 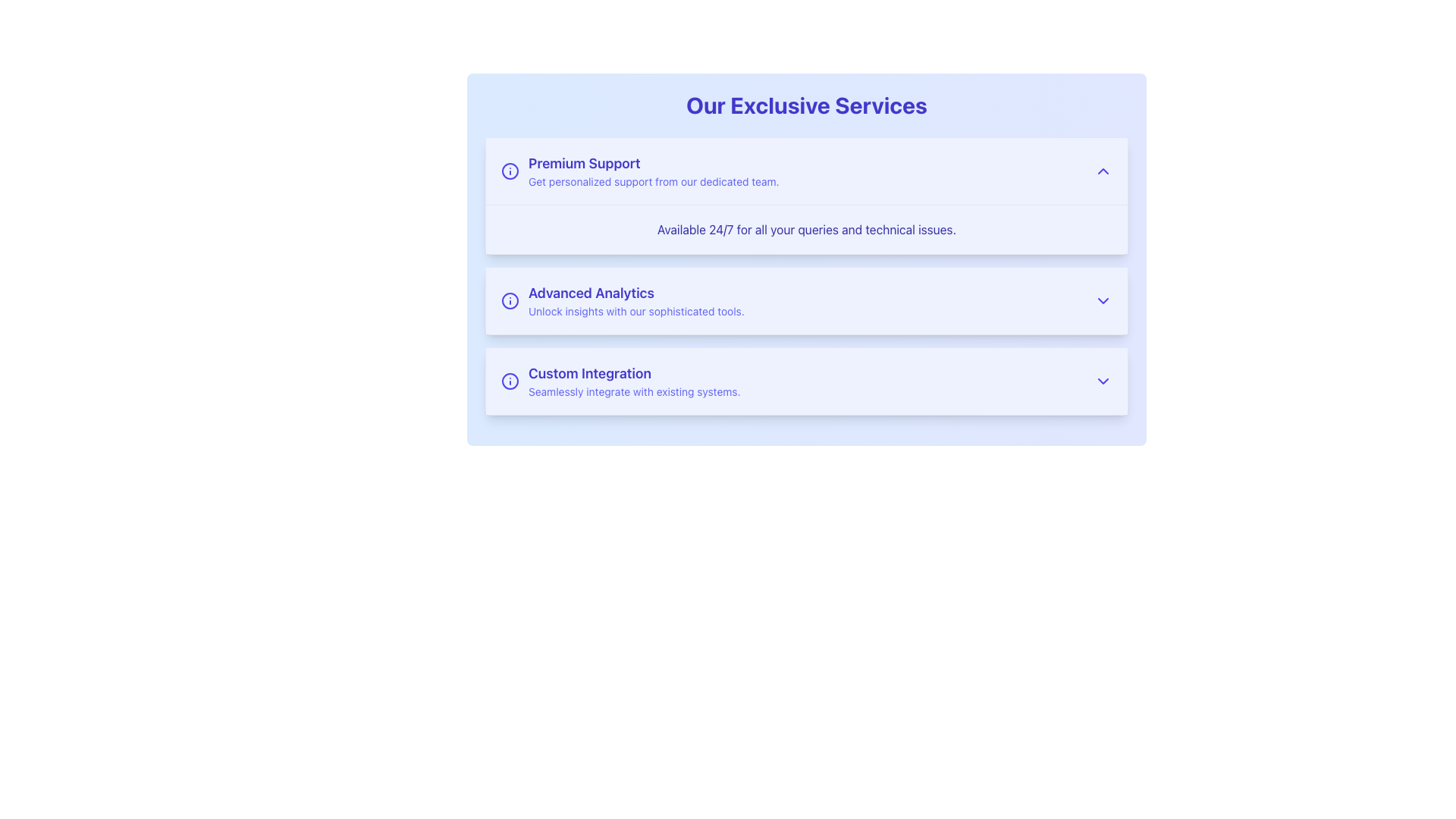 What do you see at coordinates (806, 195) in the screenshot?
I see `information displayed in the first collapsible card titled 'Premium Support' located under 'Our Exclusive Services'` at bounding box center [806, 195].